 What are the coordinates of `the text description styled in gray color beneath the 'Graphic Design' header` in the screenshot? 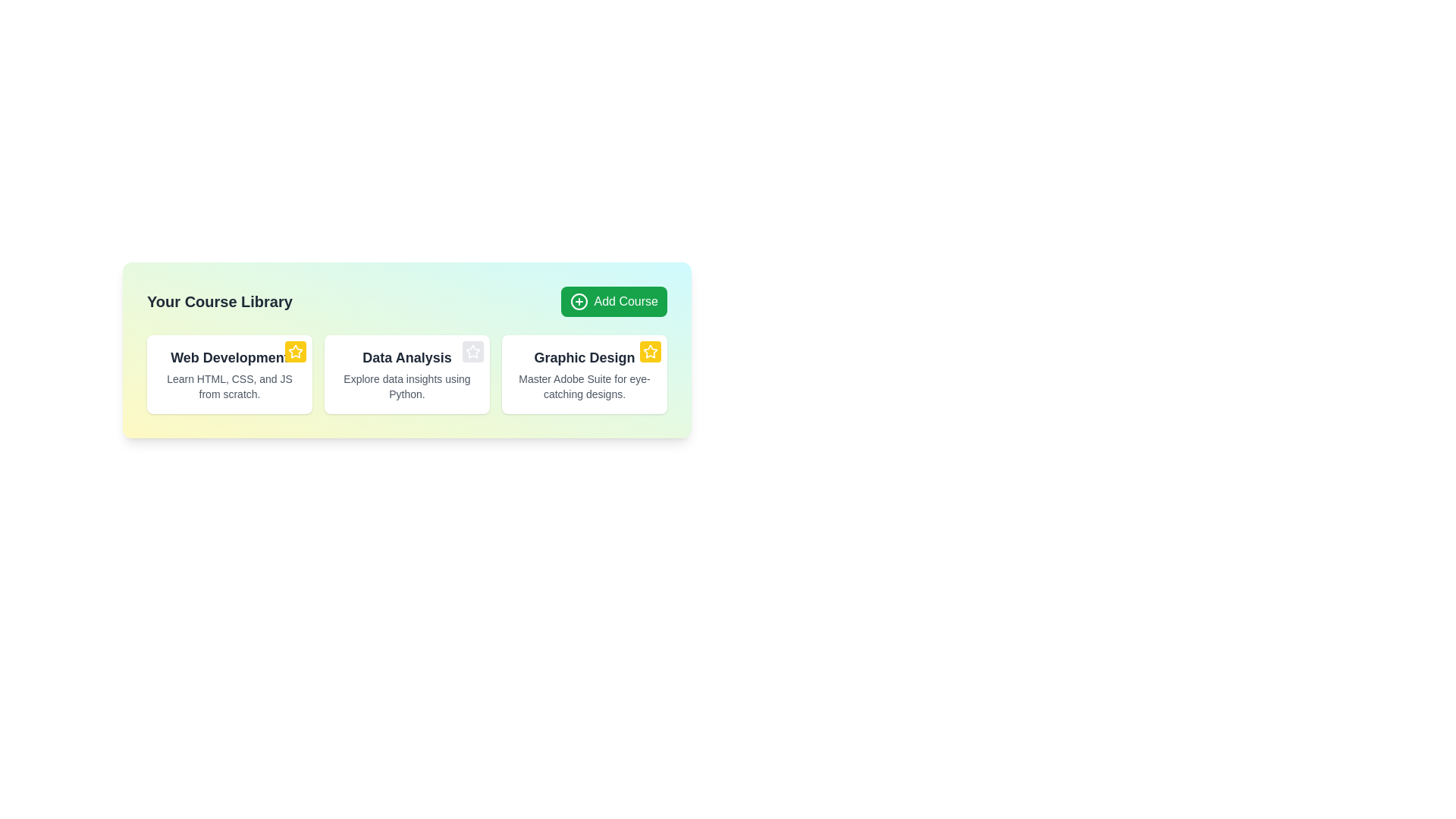 It's located at (584, 385).